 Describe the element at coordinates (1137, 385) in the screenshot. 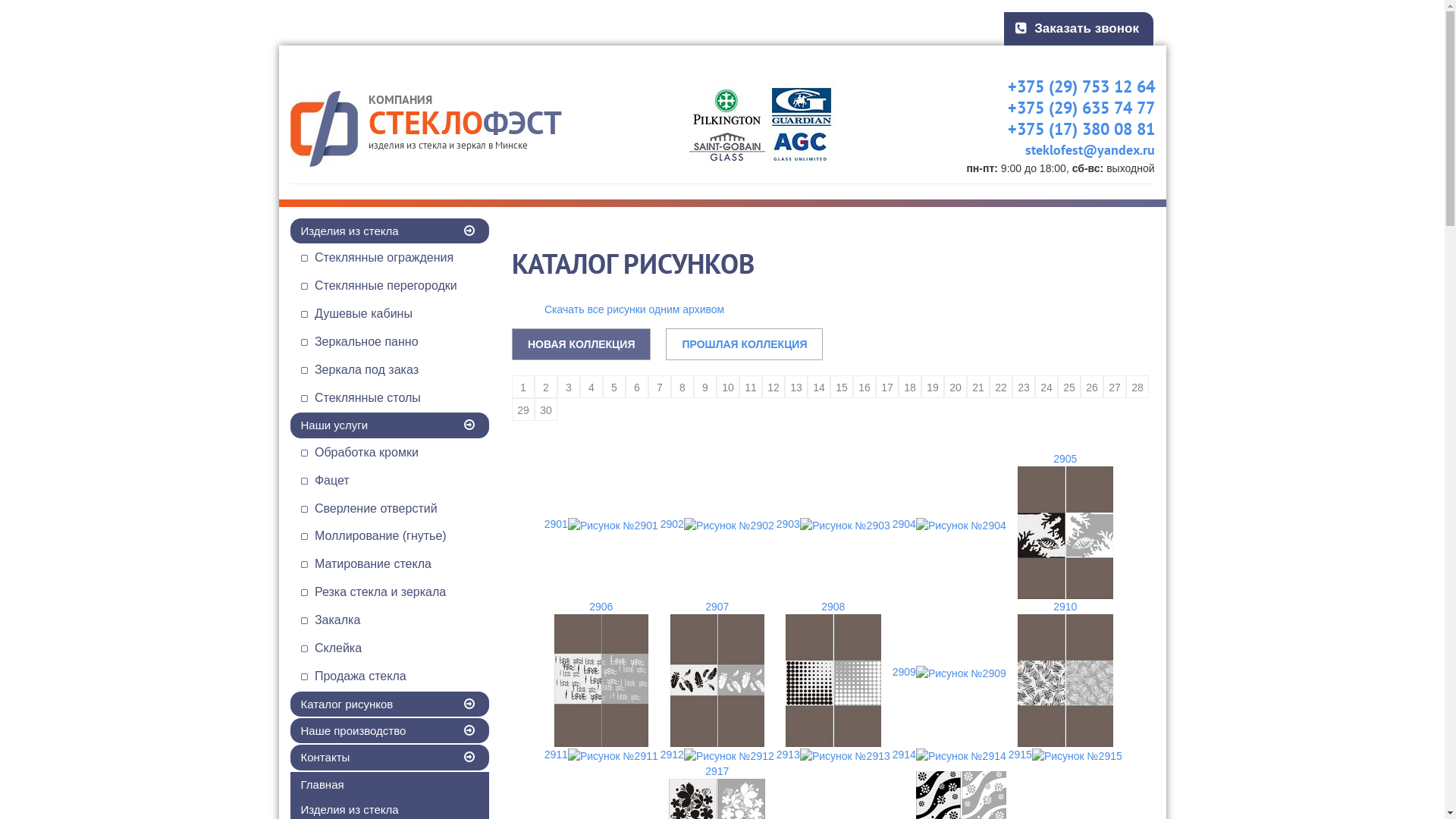

I see `'28'` at that location.